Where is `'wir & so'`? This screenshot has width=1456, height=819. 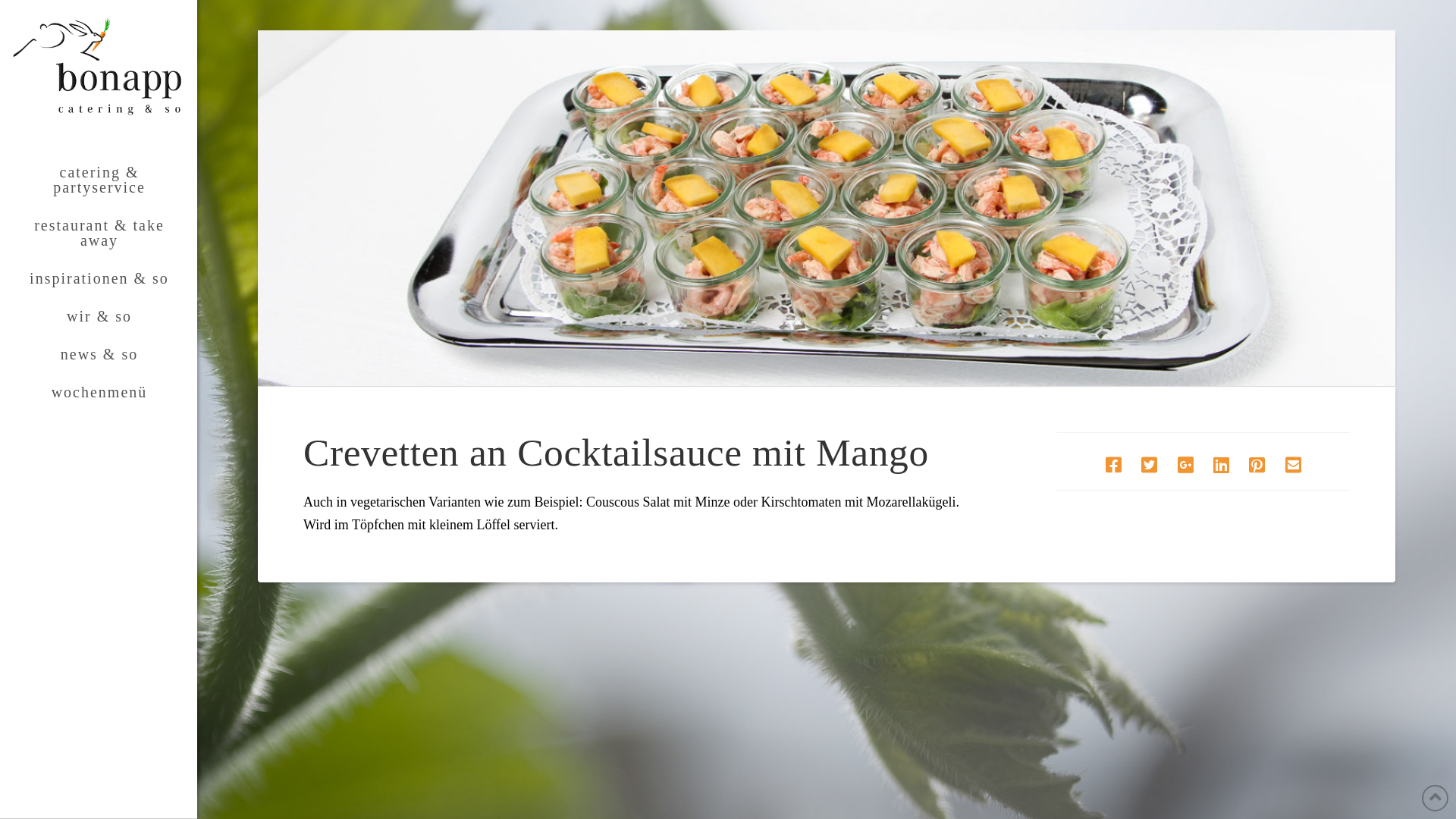
'wir & so' is located at coordinates (97, 315).